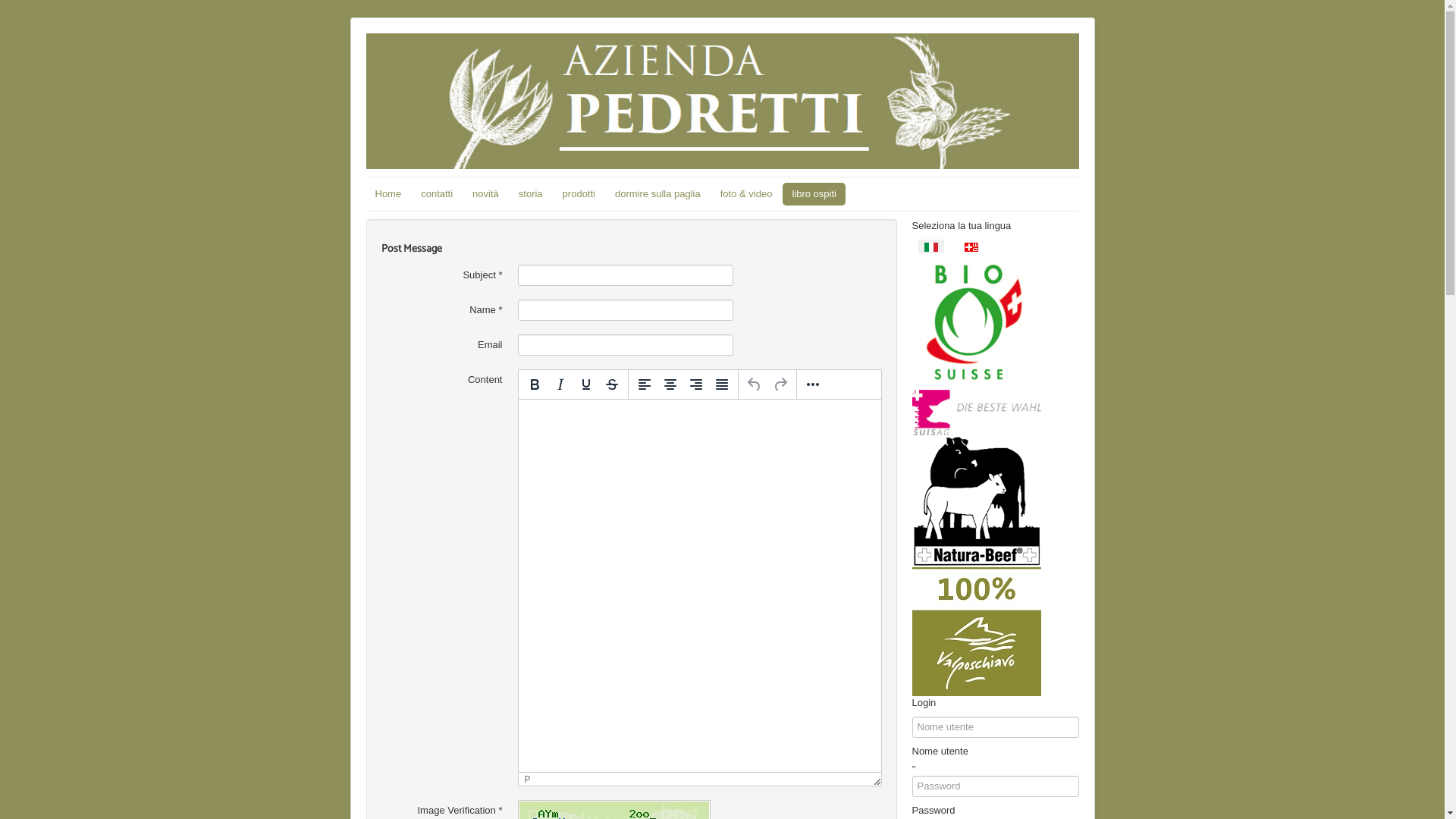 The image size is (1456, 819). I want to click on 'Allinea a Destra', so click(694, 383).